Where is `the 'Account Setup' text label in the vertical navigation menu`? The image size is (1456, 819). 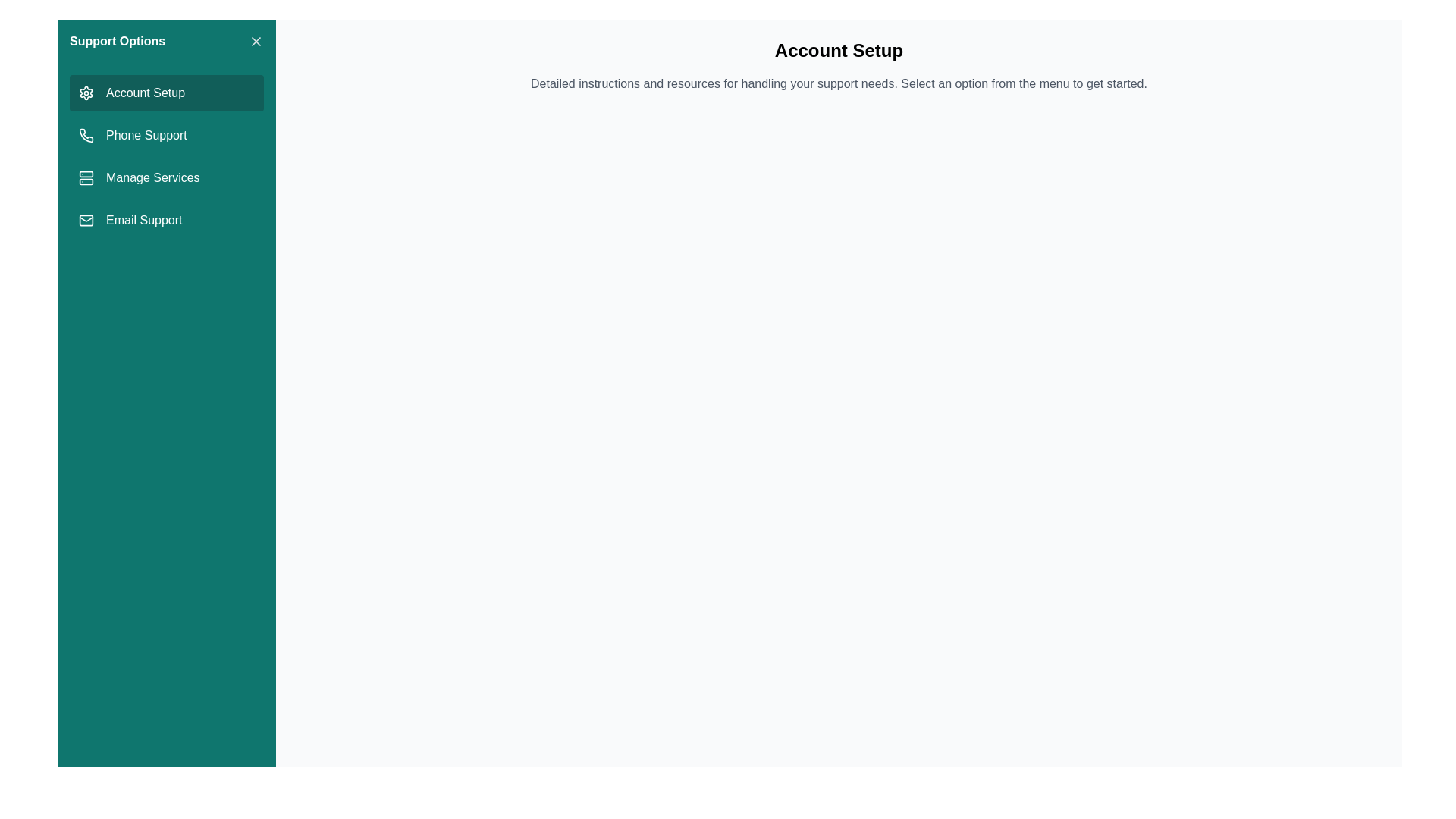 the 'Account Setup' text label in the vertical navigation menu is located at coordinates (146, 93).